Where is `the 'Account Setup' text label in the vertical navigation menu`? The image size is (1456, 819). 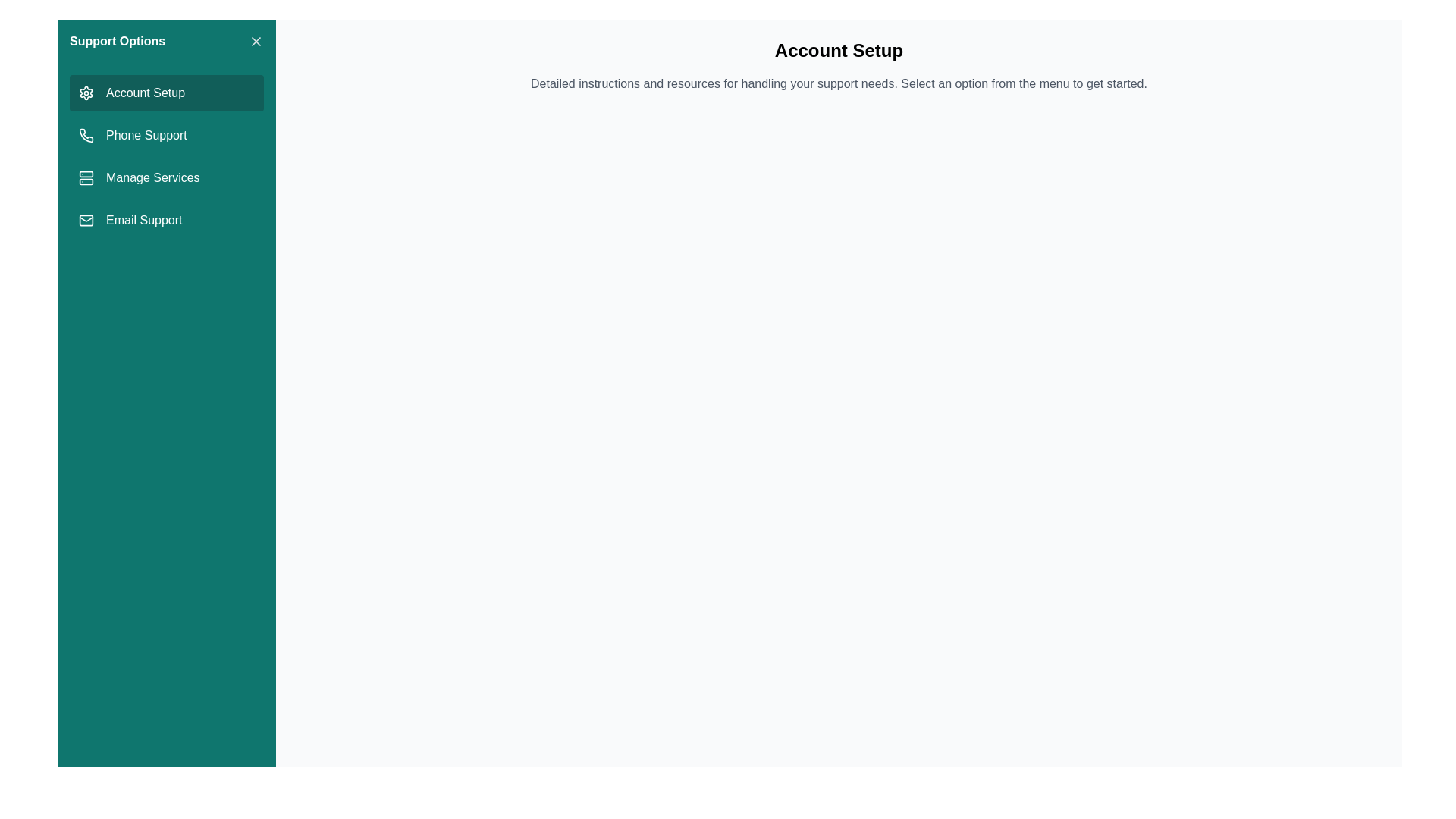 the 'Account Setup' text label in the vertical navigation menu is located at coordinates (146, 93).